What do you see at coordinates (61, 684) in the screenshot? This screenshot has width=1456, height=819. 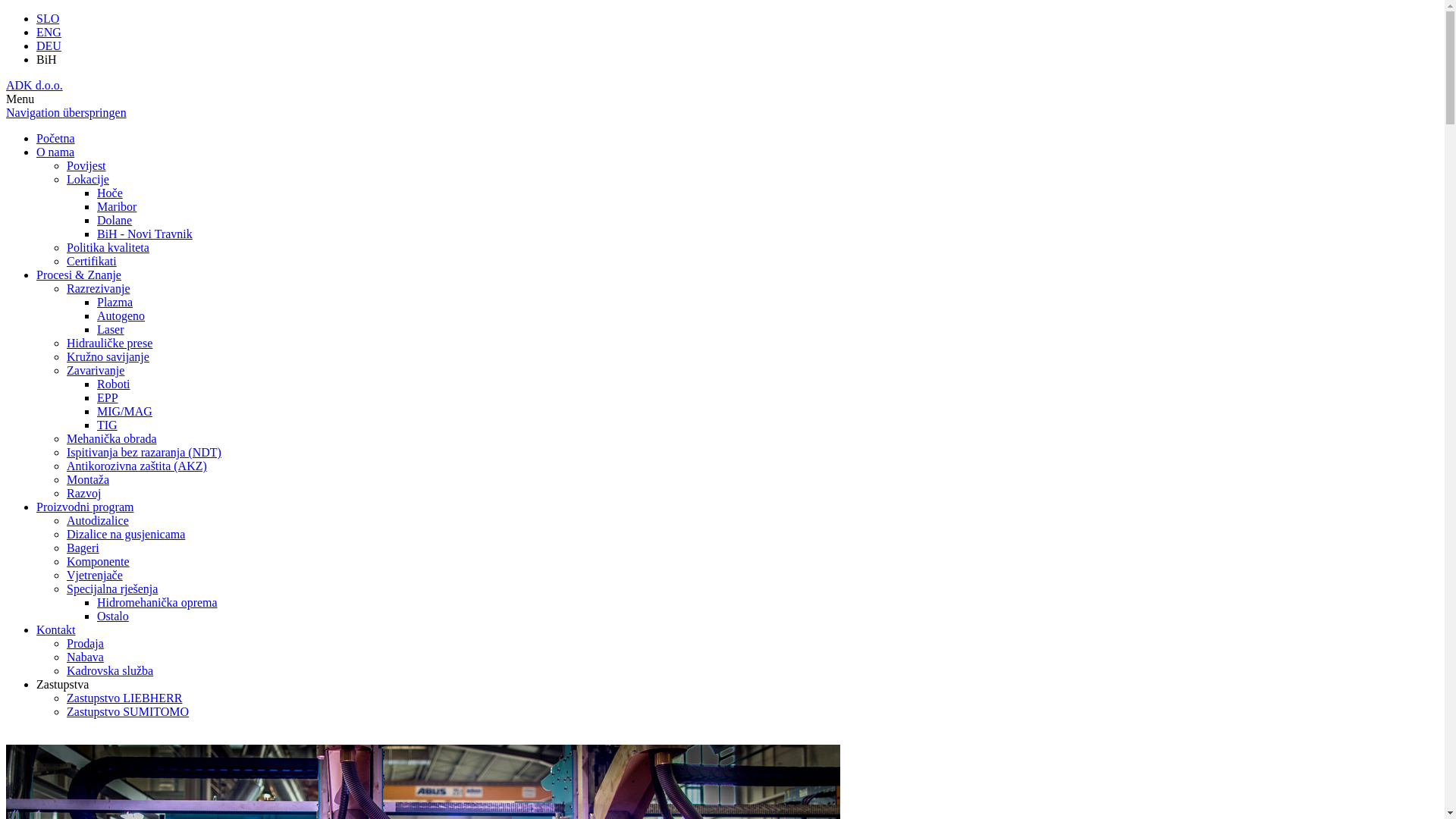 I see `'Zastupstva'` at bounding box center [61, 684].